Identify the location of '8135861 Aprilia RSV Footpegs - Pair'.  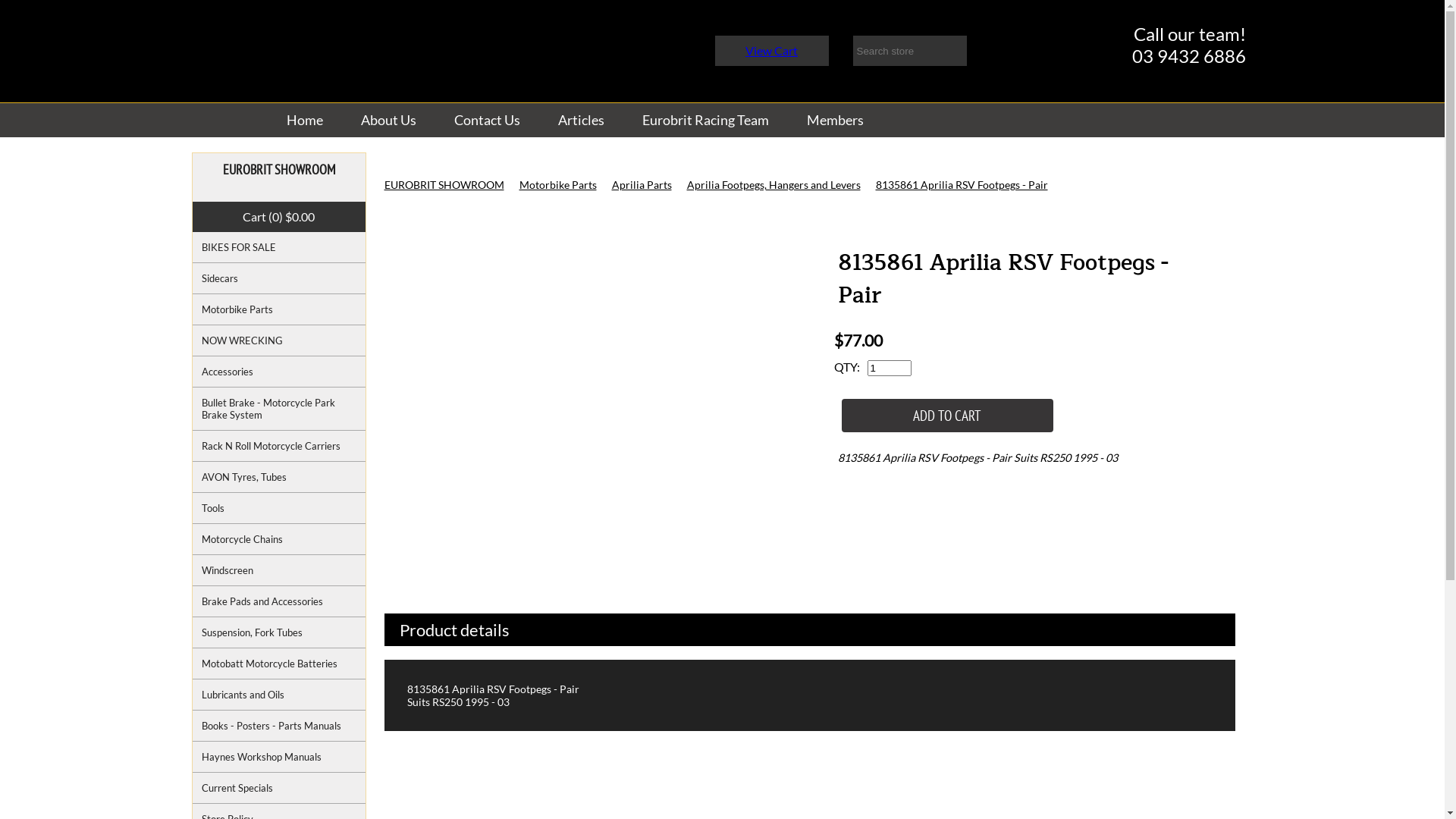
(594, 381).